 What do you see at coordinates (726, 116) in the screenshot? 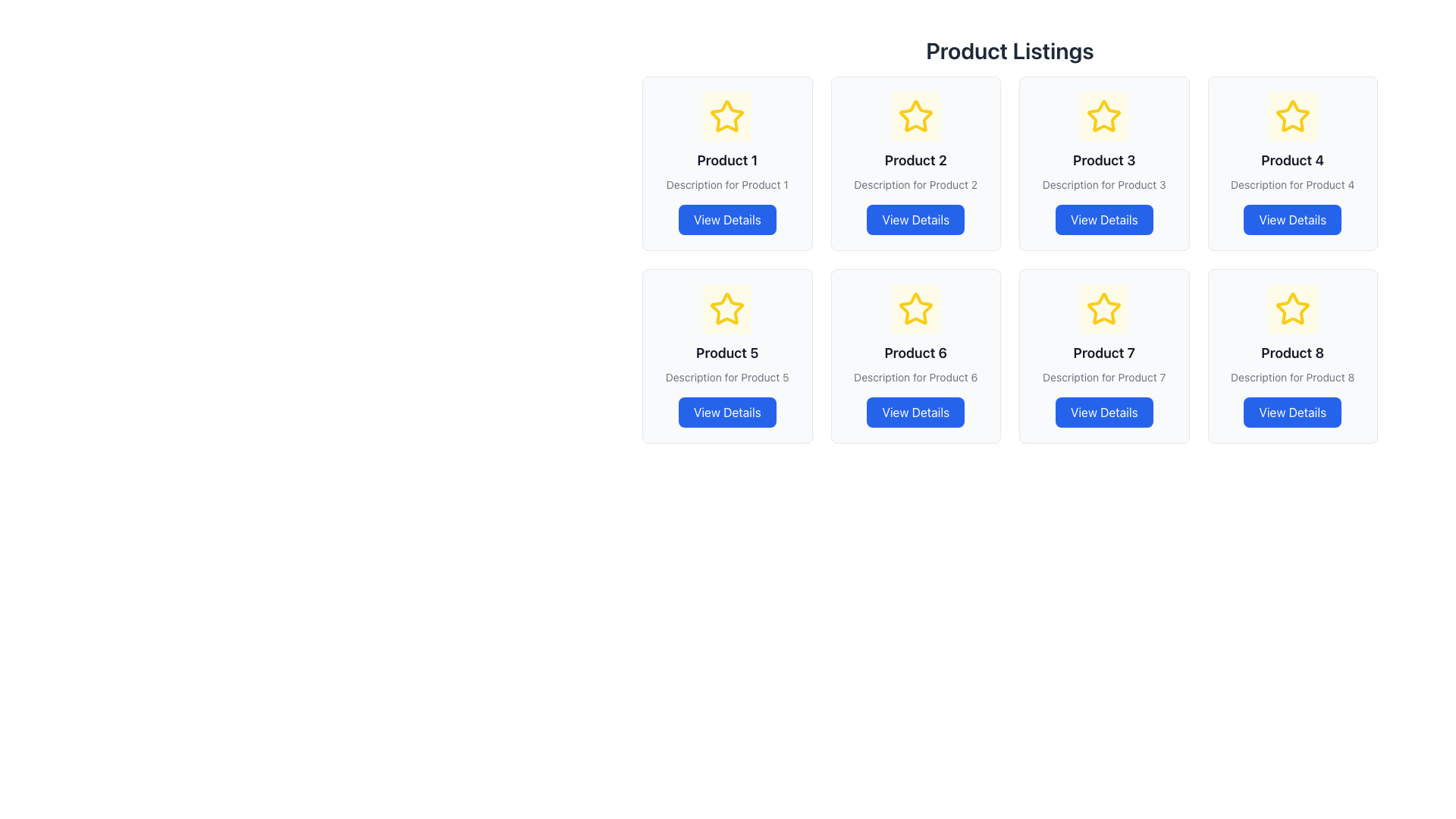
I see `the visual indicator icon in the top-left corner of the first product card in the product listing grid` at bounding box center [726, 116].